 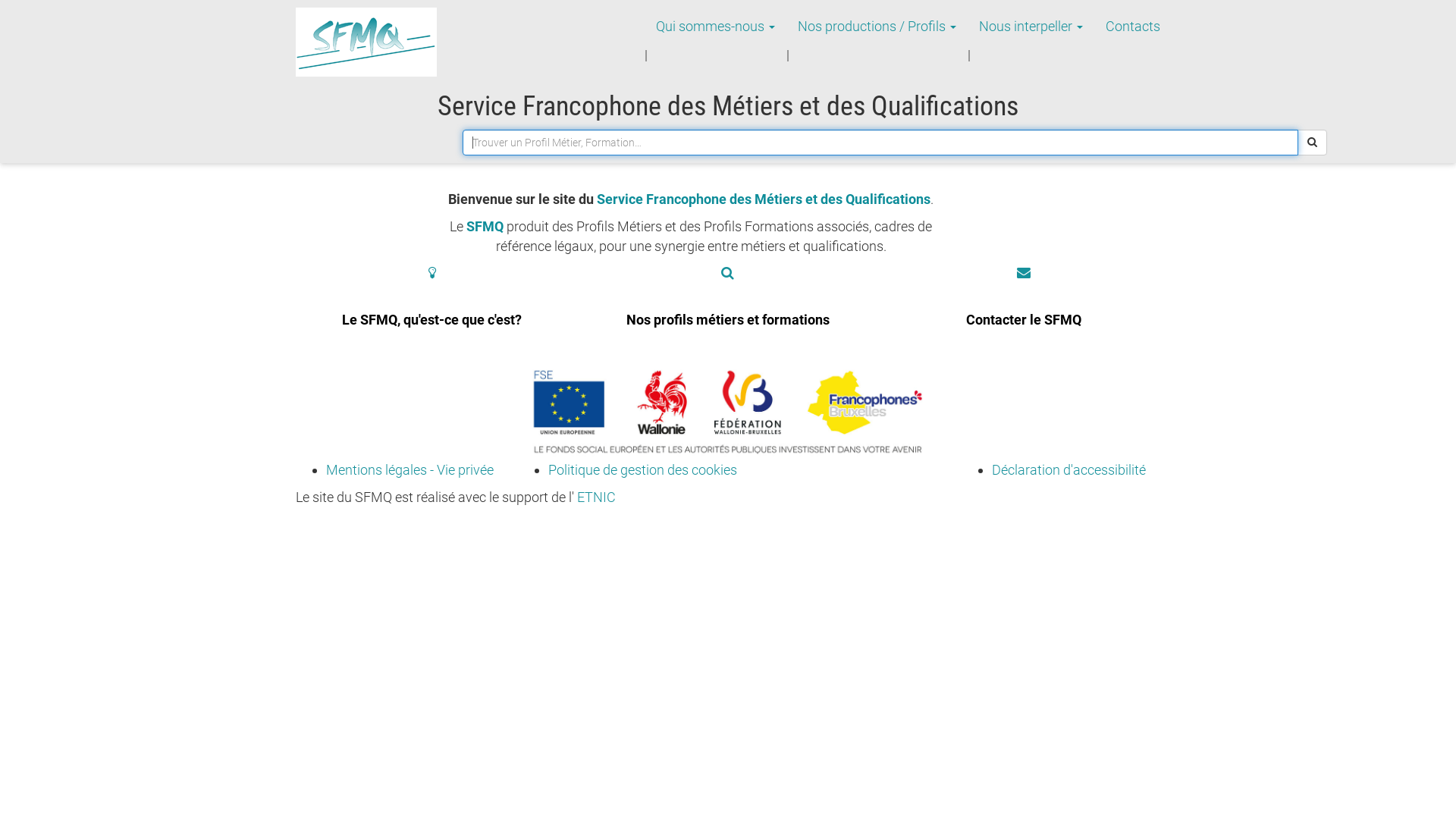 I want to click on '  Le SFMQ, qu'est-ce que c'est?, so click(x=431, y=309).